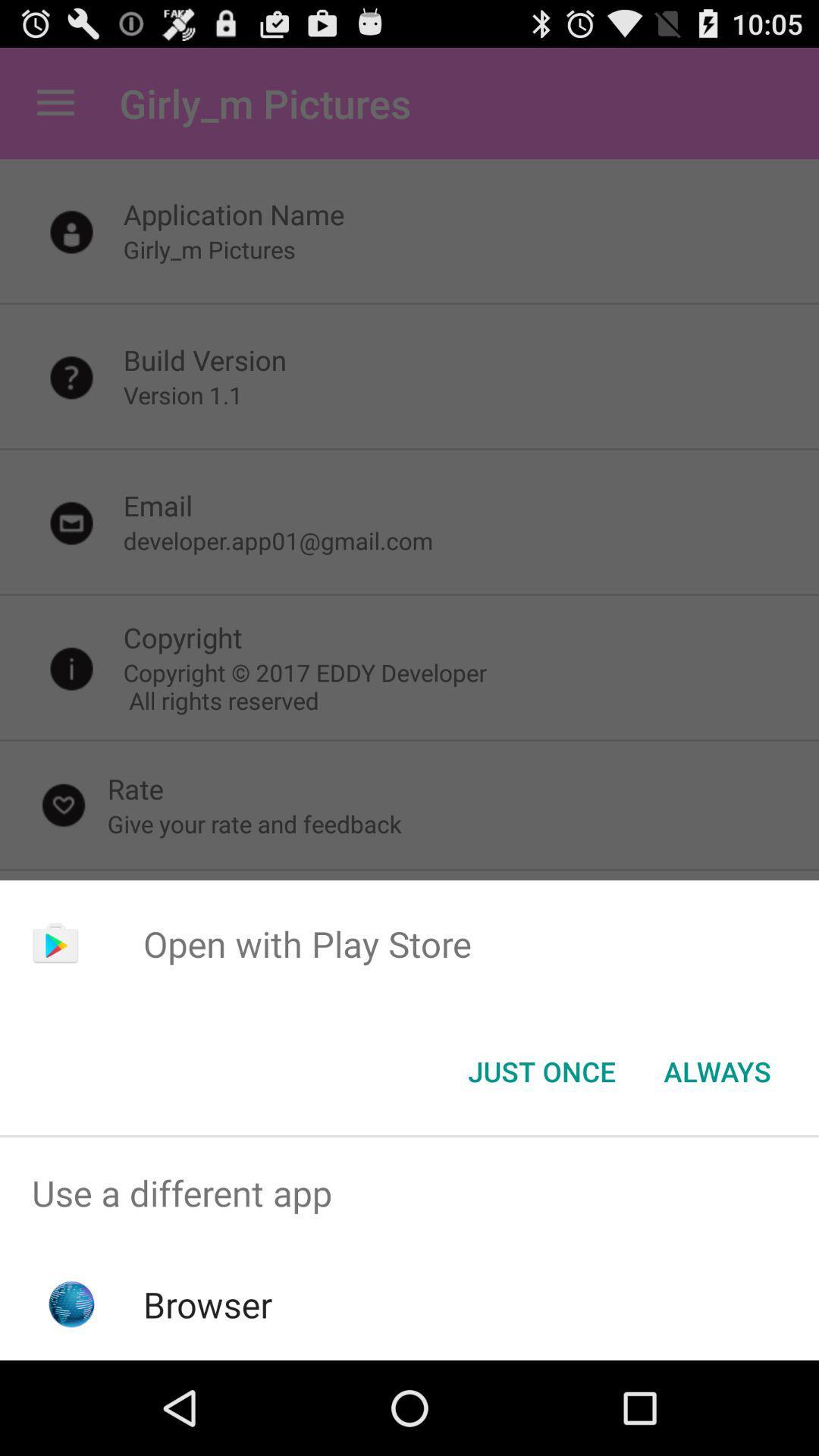 This screenshot has height=1456, width=819. I want to click on the icon above the browser app, so click(409, 1192).